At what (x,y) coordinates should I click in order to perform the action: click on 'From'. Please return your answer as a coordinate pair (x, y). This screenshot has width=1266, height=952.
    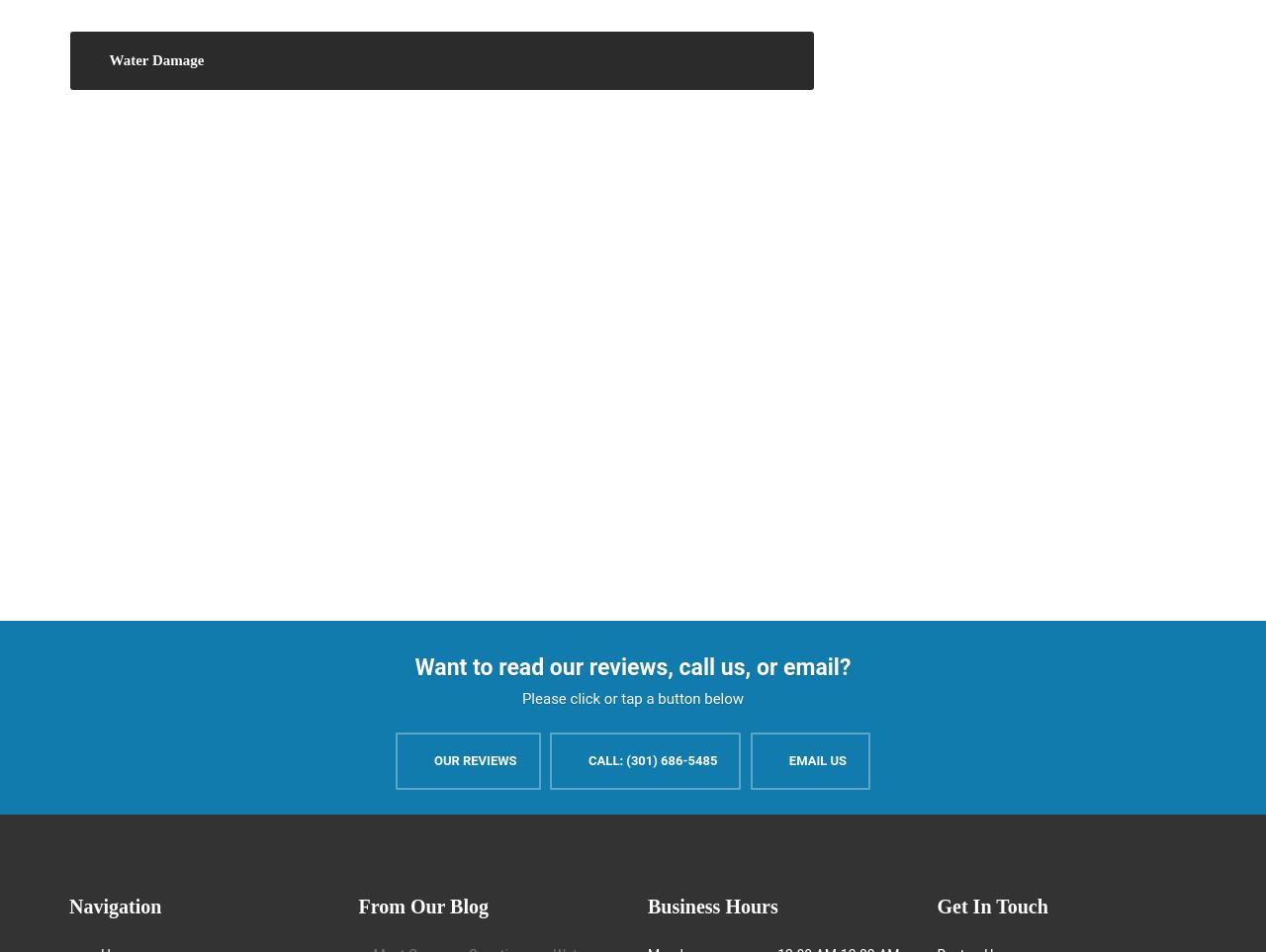
    Looking at the image, I should click on (381, 905).